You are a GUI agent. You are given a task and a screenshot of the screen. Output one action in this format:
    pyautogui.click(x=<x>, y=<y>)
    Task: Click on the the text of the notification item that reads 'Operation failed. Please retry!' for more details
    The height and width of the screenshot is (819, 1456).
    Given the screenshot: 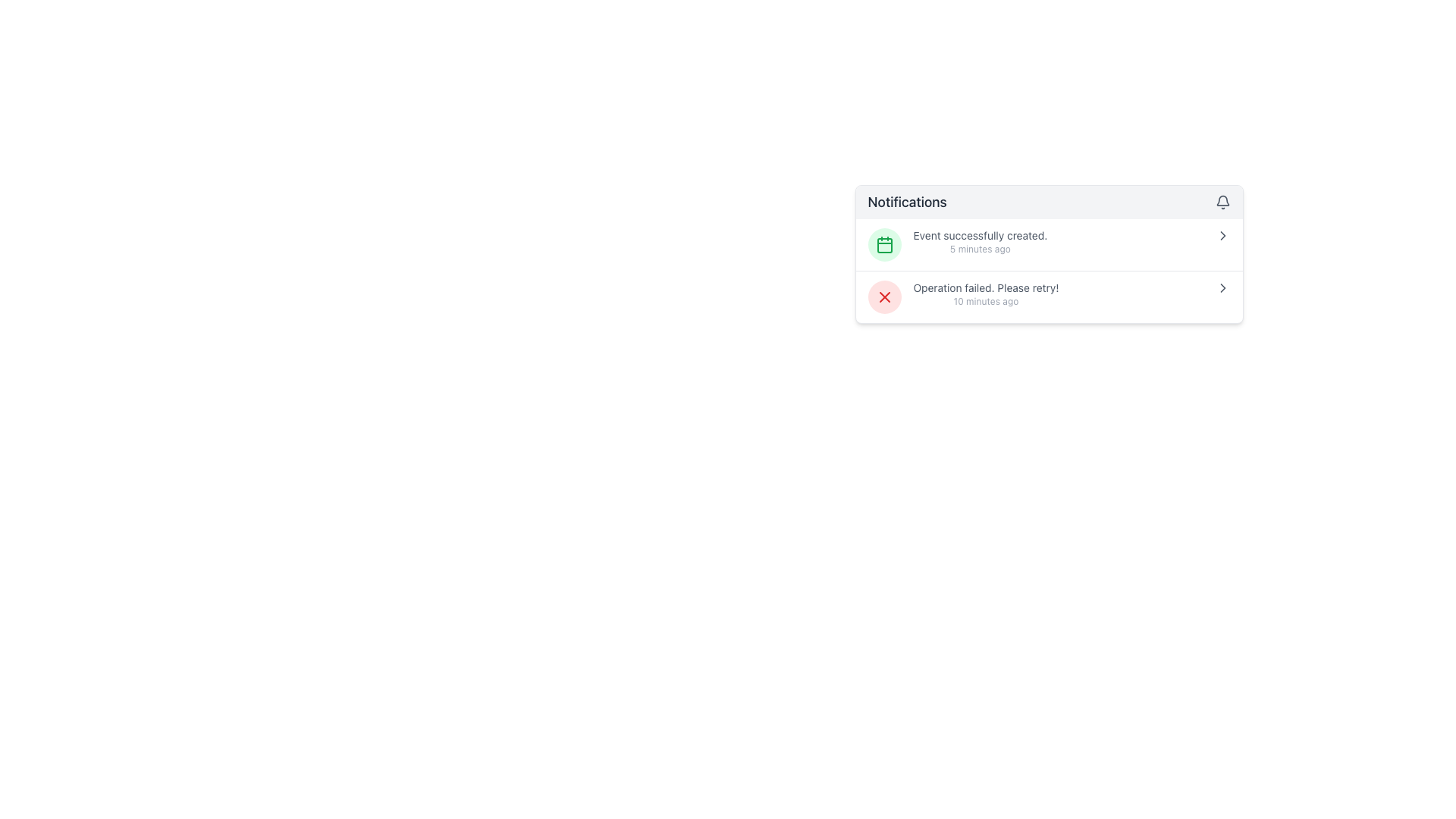 What is the action you would take?
    pyautogui.click(x=1048, y=297)
    